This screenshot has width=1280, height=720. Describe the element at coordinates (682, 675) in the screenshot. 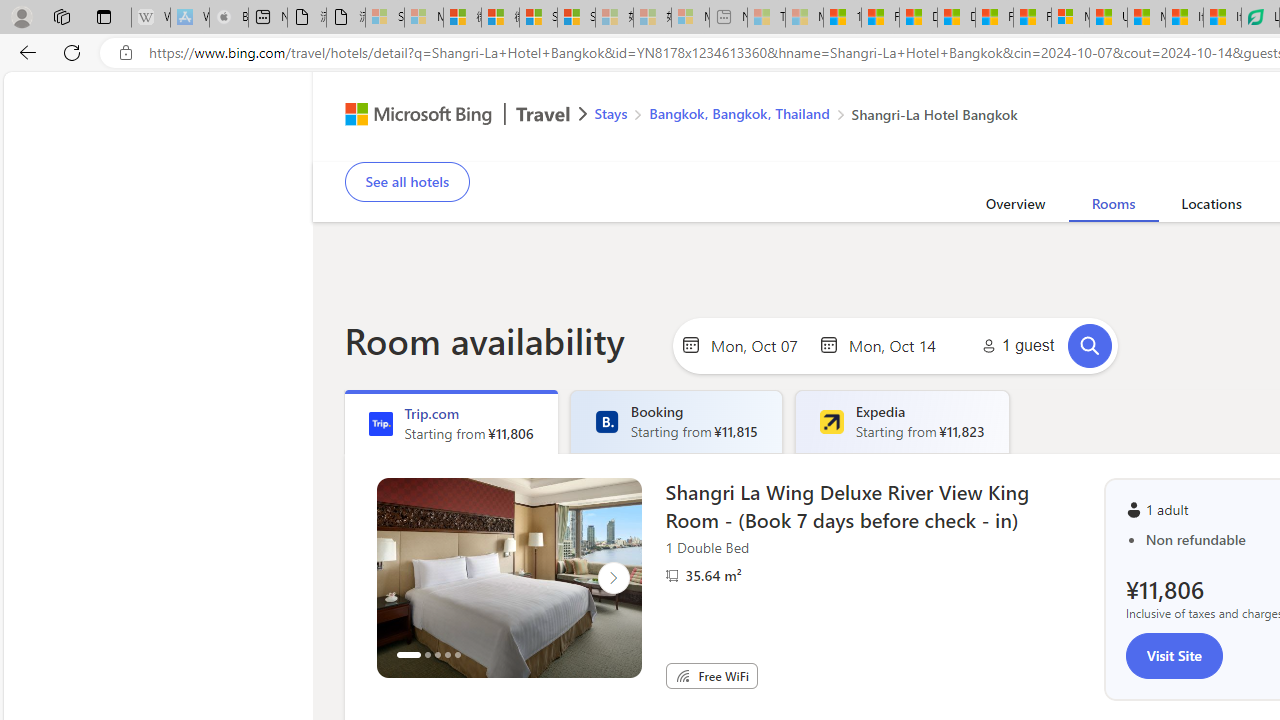

I see `'Free WiFi'` at that location.